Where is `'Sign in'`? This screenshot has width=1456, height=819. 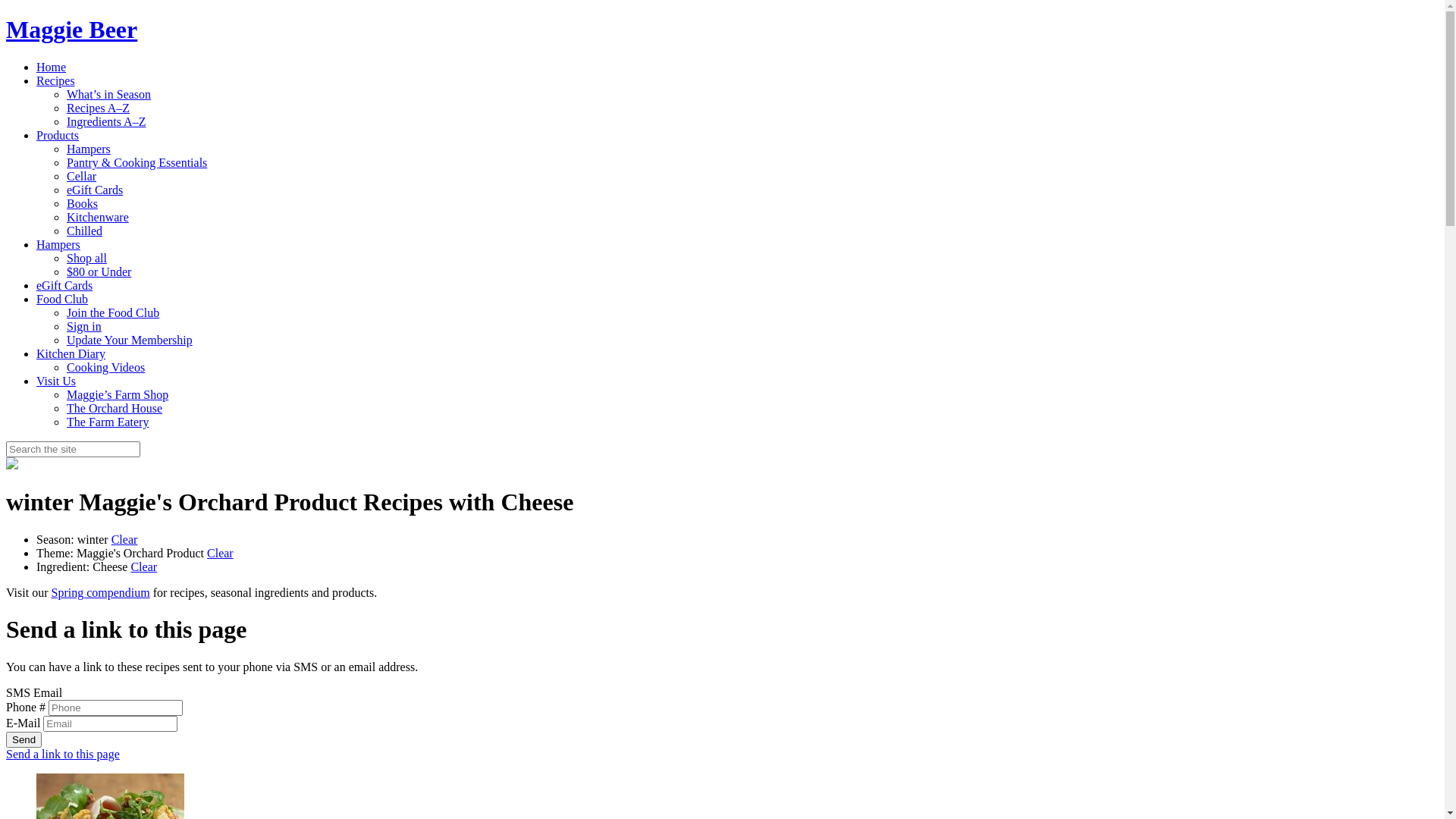
'Sign in' is located at coordinates (83, 325).